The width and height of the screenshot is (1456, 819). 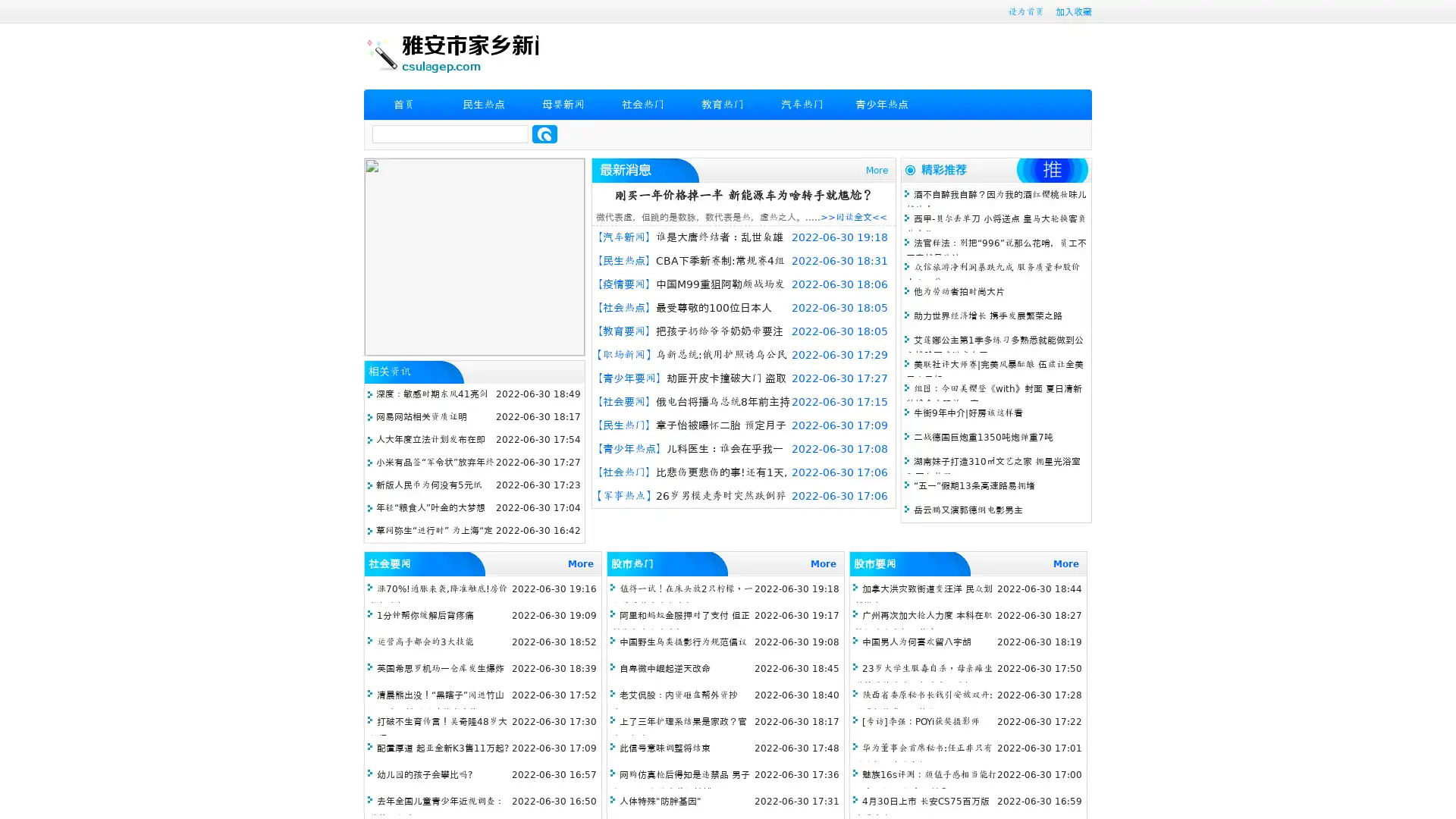 I want to click on Search, so click(x=544, y=133).